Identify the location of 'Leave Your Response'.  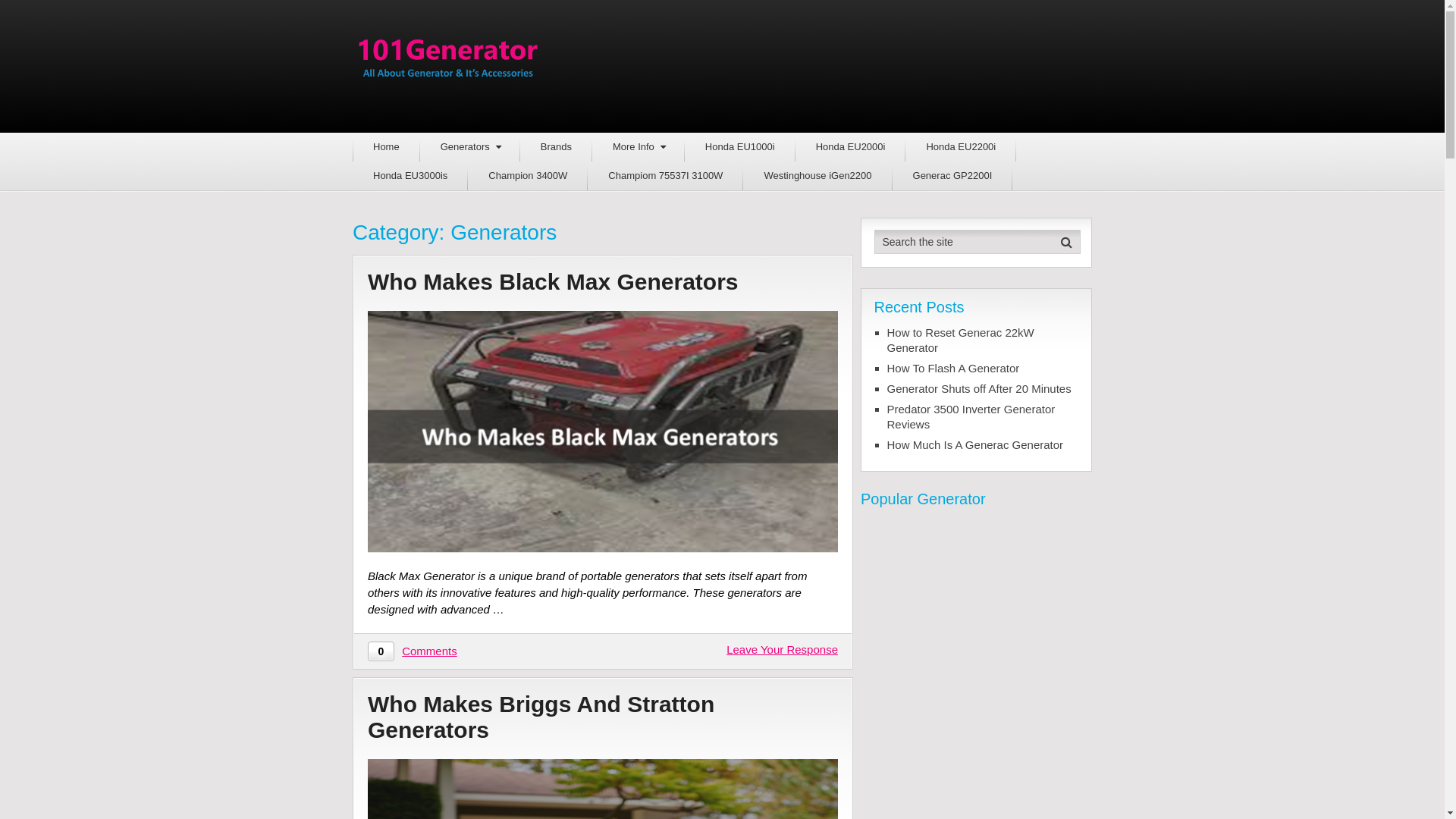
(782, 648).